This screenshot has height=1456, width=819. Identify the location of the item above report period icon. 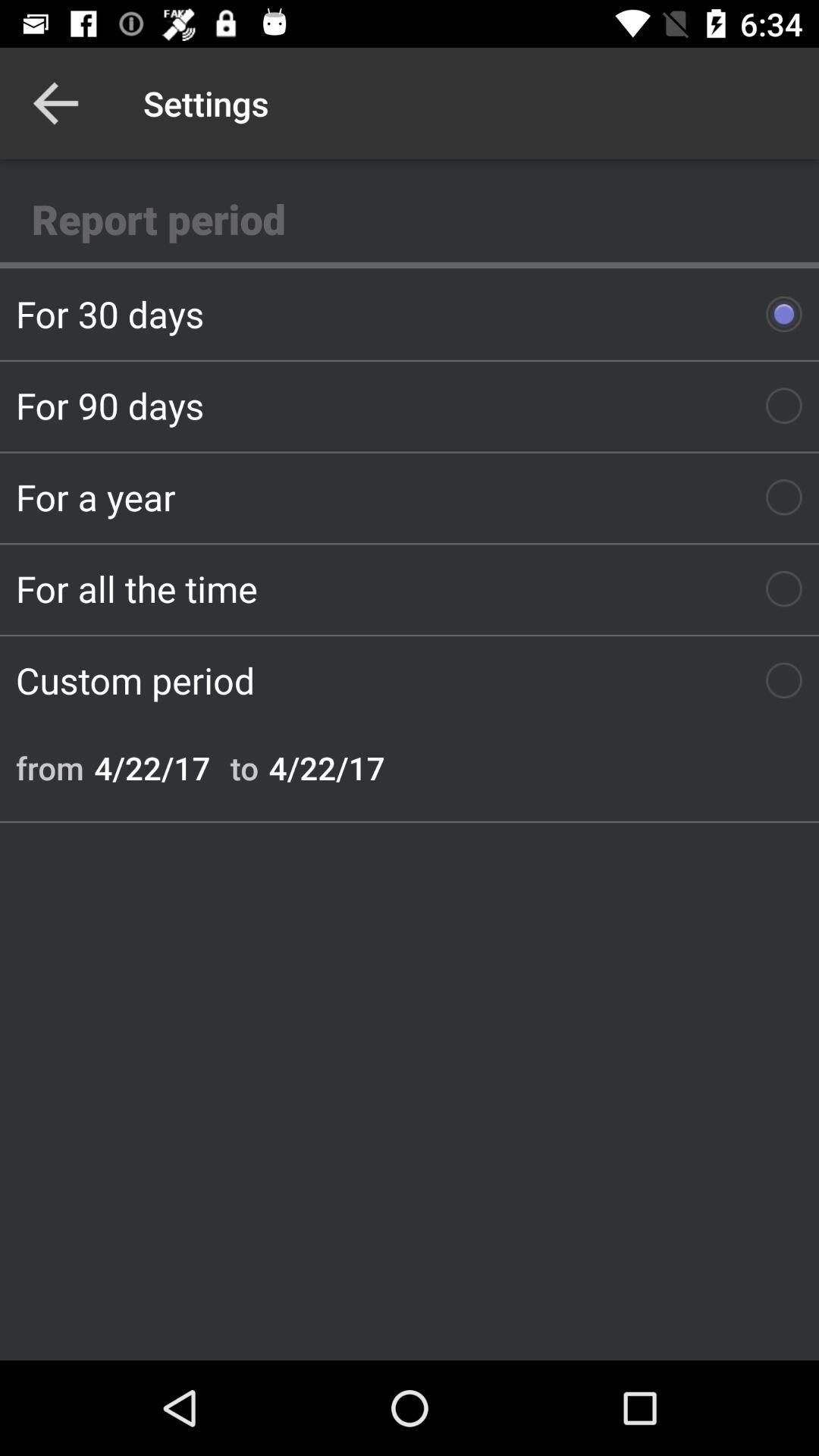
(55, 102).